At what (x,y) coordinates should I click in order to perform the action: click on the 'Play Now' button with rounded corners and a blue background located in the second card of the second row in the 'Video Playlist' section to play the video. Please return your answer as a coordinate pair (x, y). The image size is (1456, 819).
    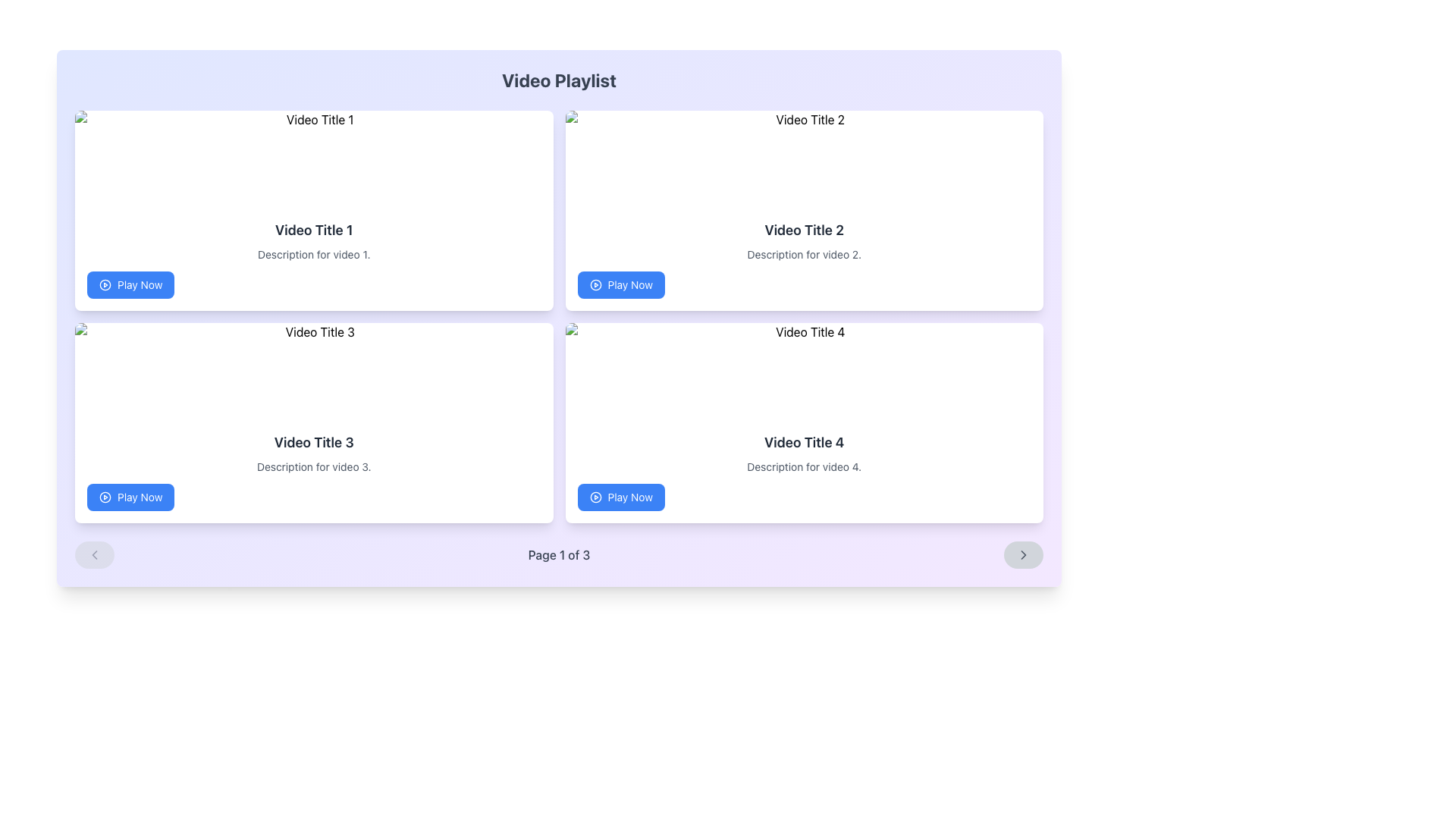
    Looking at the image, I should click on (621, 284).